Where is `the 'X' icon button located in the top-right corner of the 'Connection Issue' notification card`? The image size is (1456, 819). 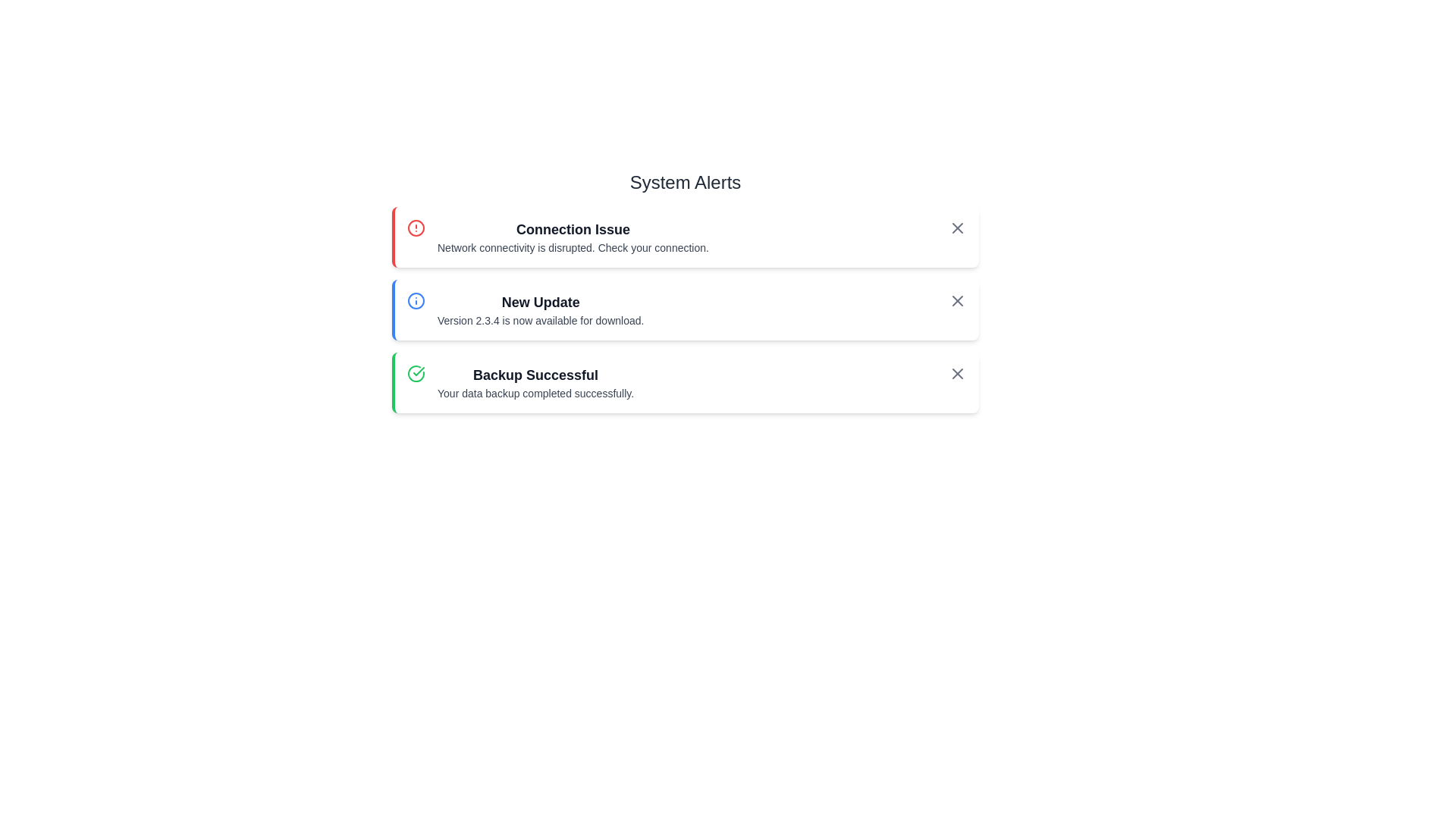
the 'X' icon button located in the top-right corner of the 'Connection Issue' notification card is located at coordinates (956, 227).